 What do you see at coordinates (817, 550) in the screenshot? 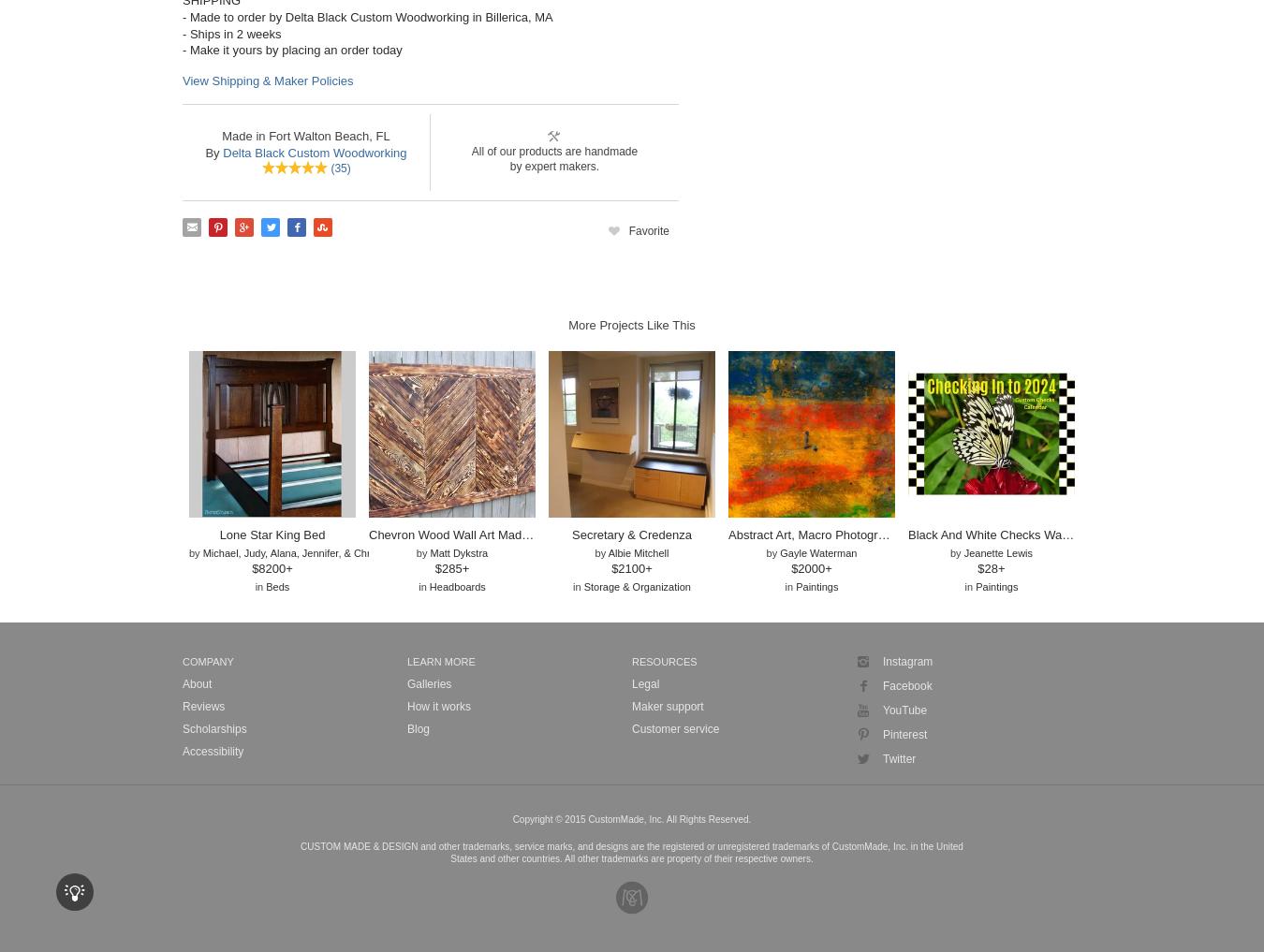
I see `'Gayle Waterman'` at bounding box center [817, 550].